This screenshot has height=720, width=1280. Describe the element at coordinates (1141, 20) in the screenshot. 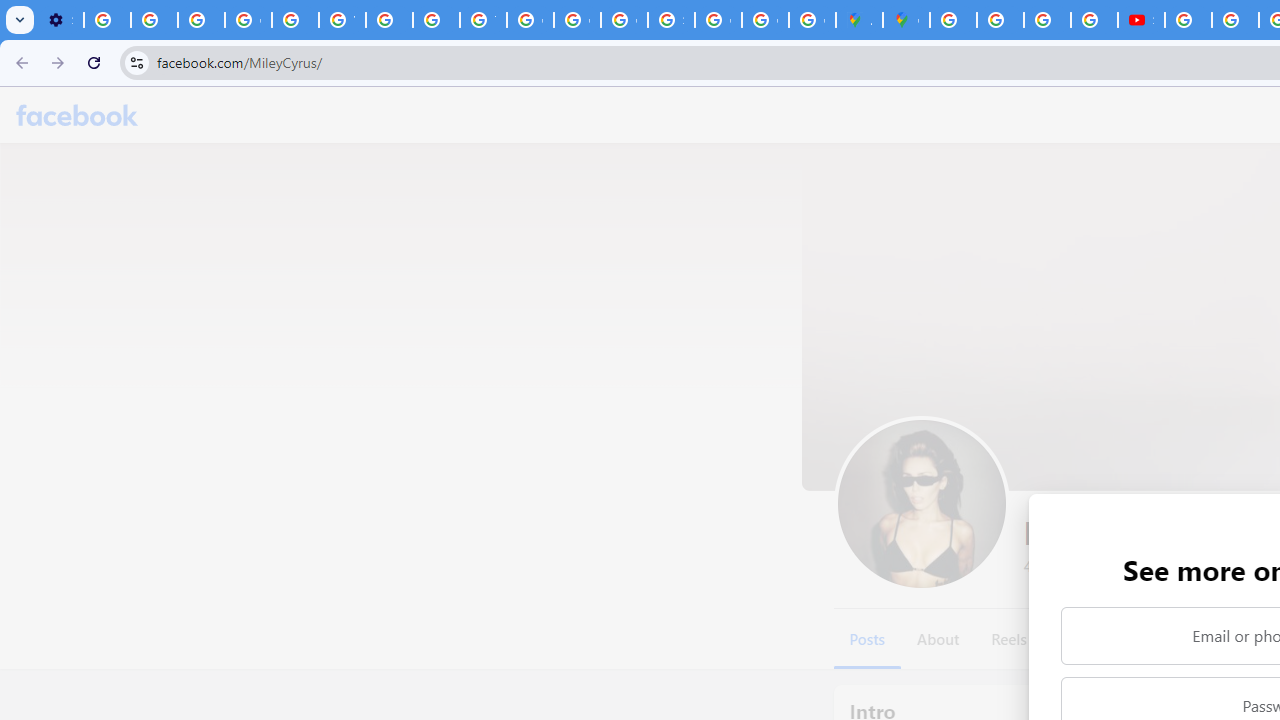

I see `'Subscriptions - YouTube'` at that location.